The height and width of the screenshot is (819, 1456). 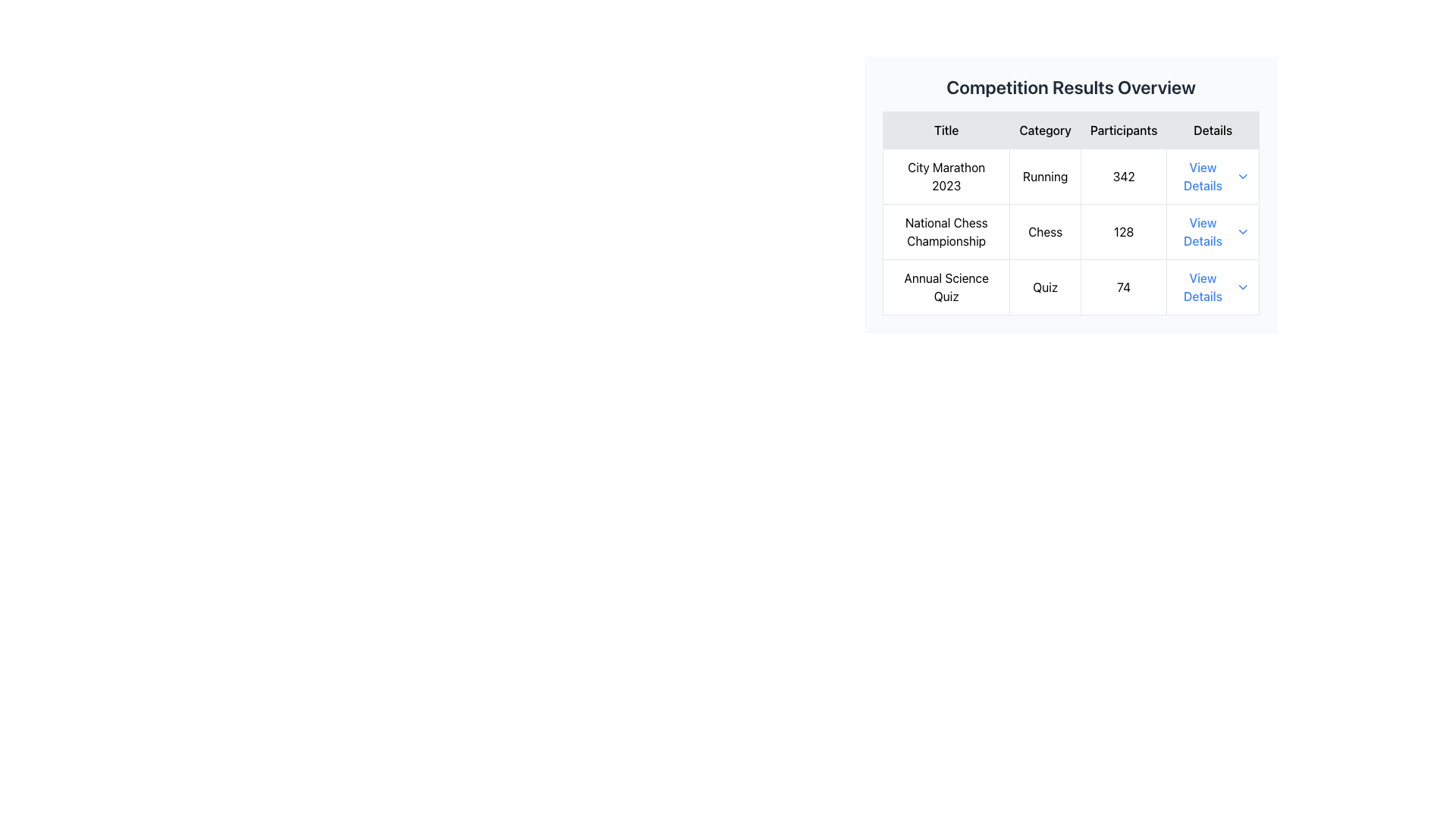 What do you see at coordinates (1070, 87) in the screenshot?
I see `title text 'Competition Results Overview' which is displayed in a large, bold, and dark font above the table structure` at bounding box center [1070, 87].